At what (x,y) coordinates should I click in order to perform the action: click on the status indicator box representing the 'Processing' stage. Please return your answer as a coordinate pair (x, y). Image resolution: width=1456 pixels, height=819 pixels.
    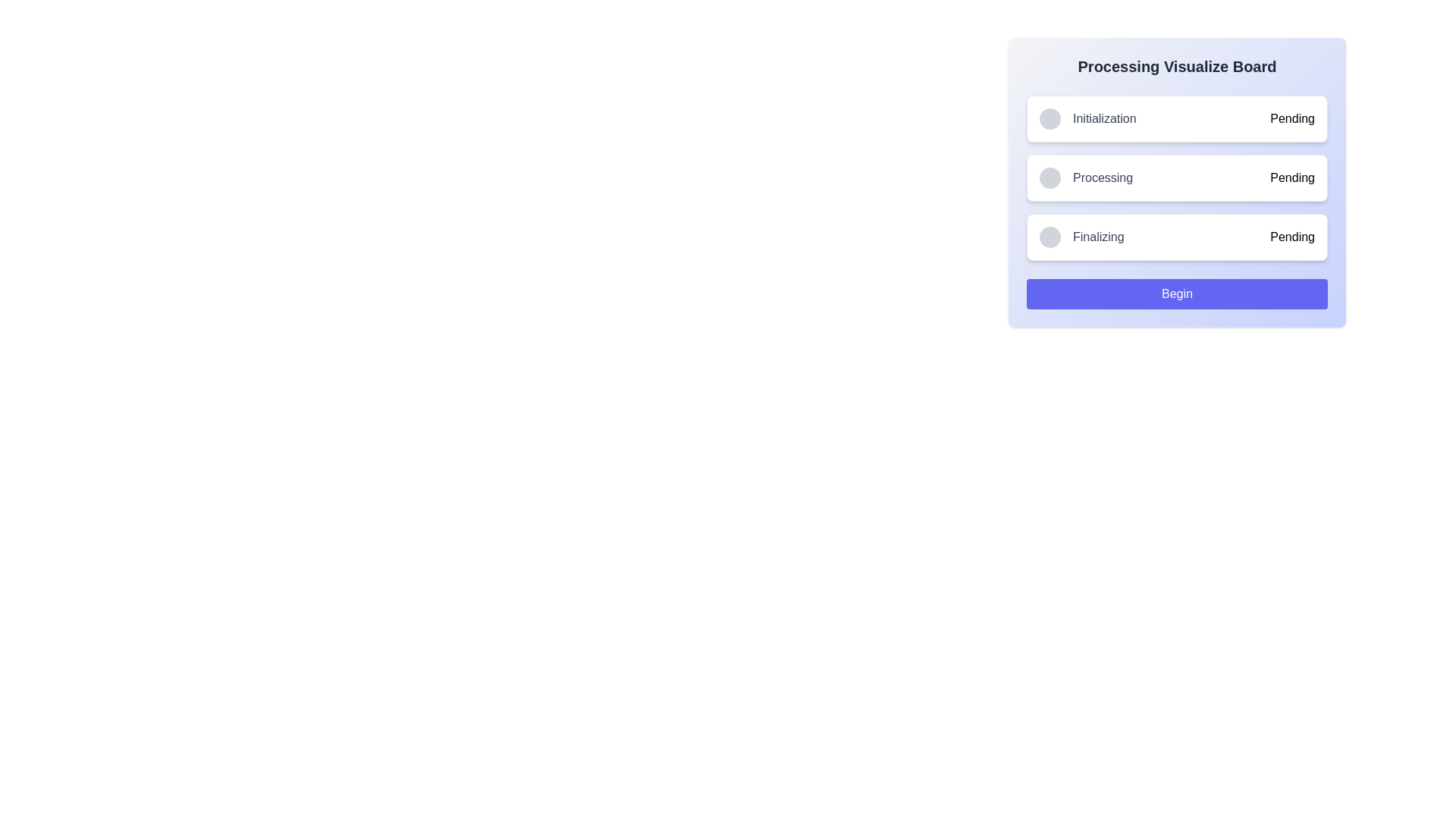
    Looking at the image, I should click on (1176, 177).